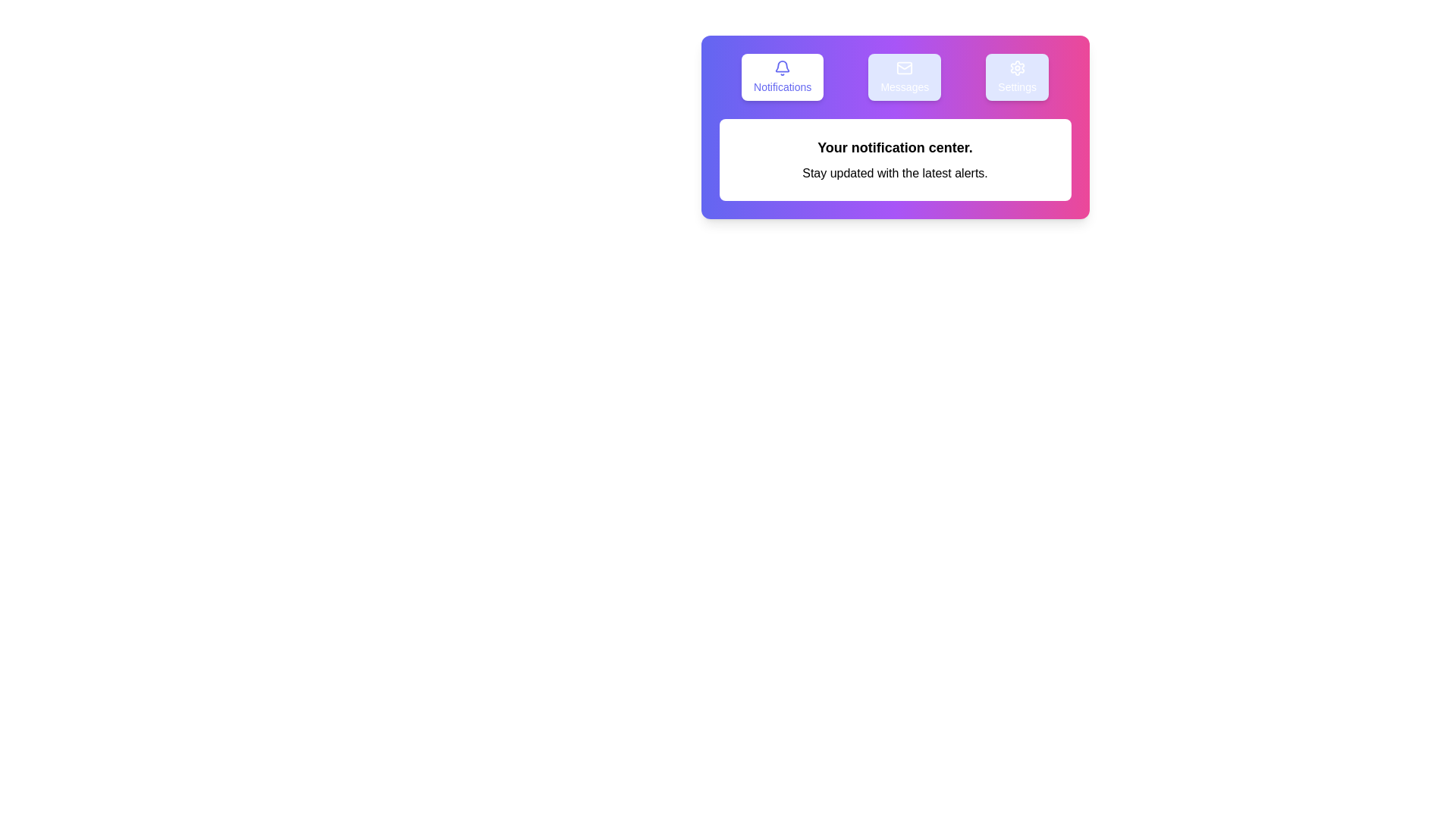 This screenshot has height=819, width=1456. What do you see at coordinates (783, 65) in the screenshot?
I see `the bell icon located in the notification section, which is the first option on the left above the text 'Notifications'` at bounding box center [783, 65].